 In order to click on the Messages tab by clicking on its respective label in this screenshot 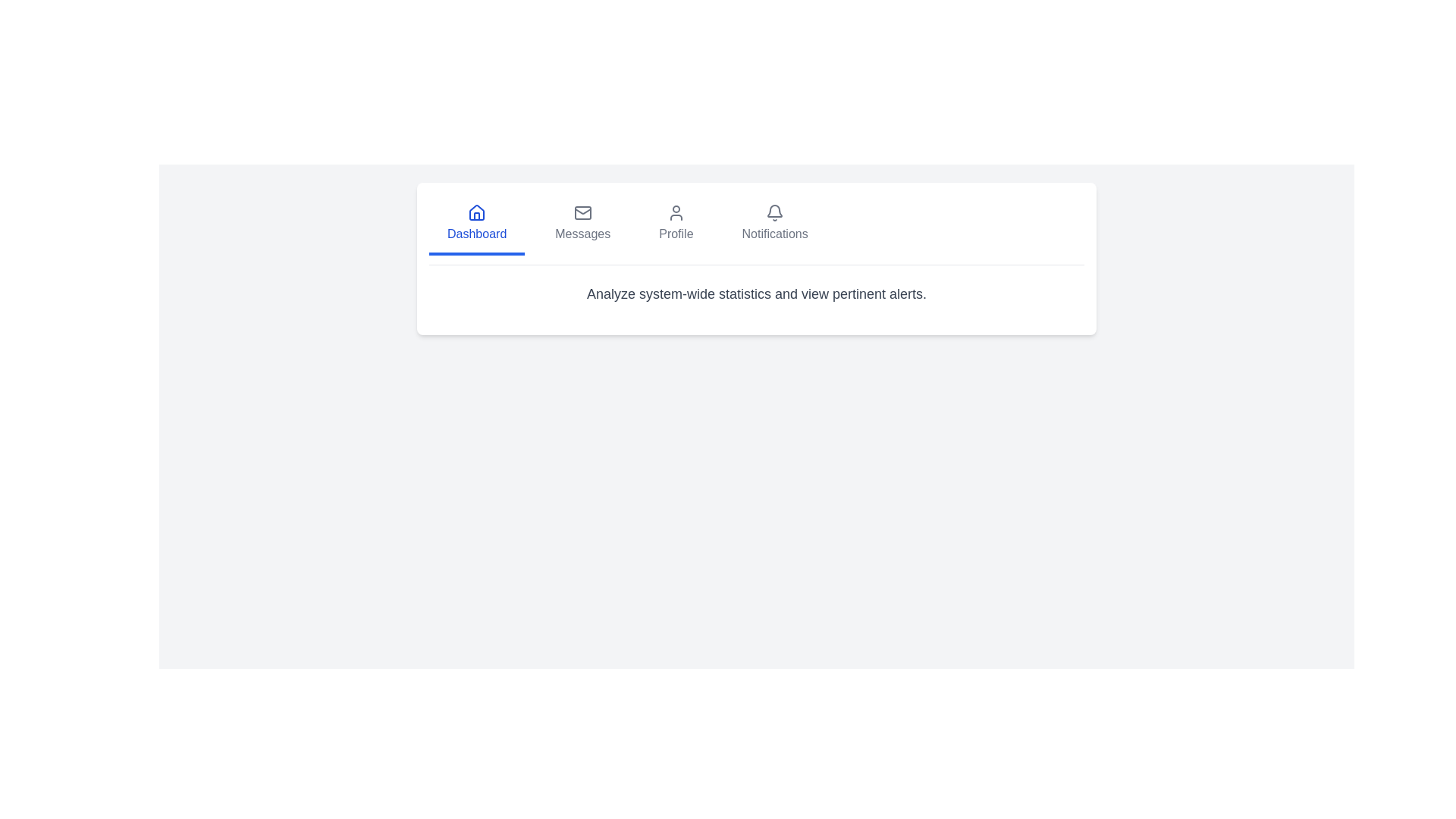, I will do `click(582, 225)`.